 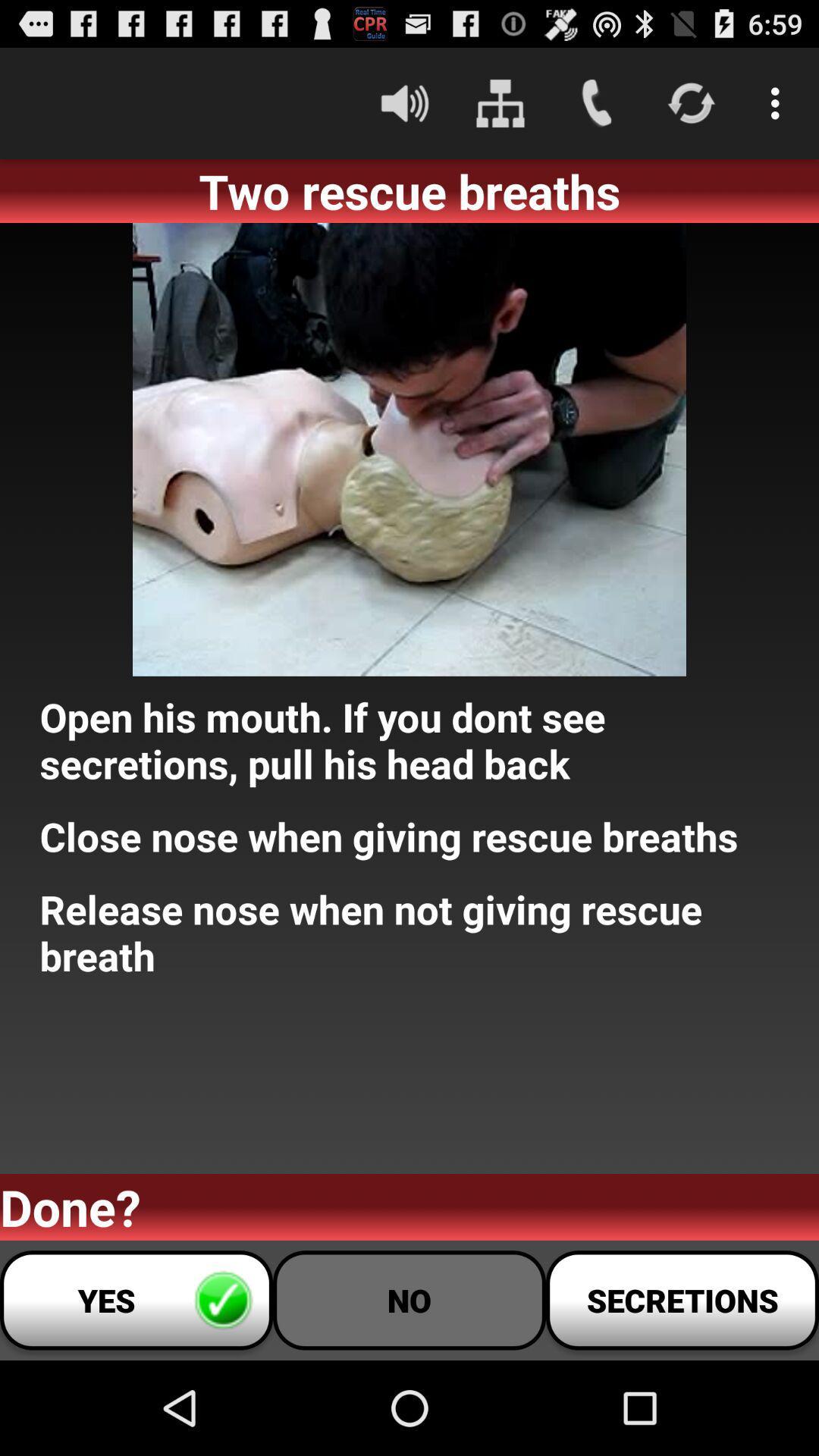 I want to click on the icon above two rescue breaths, so click(x=779, y=102).